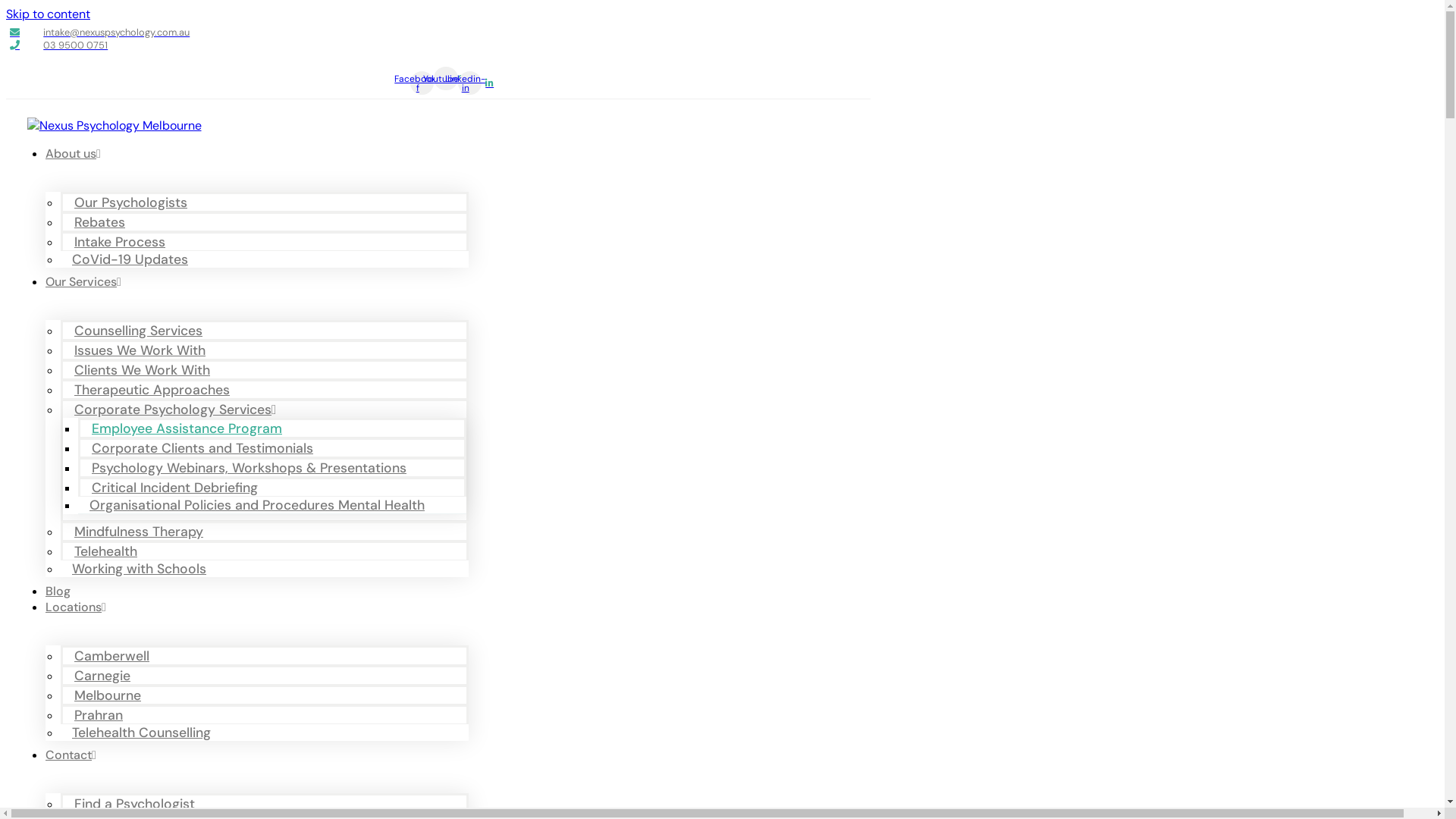  What do you see at coordinates (61, 675) in the screenshot?
I see `'Carnegie'` at bounding box center [61, 675].